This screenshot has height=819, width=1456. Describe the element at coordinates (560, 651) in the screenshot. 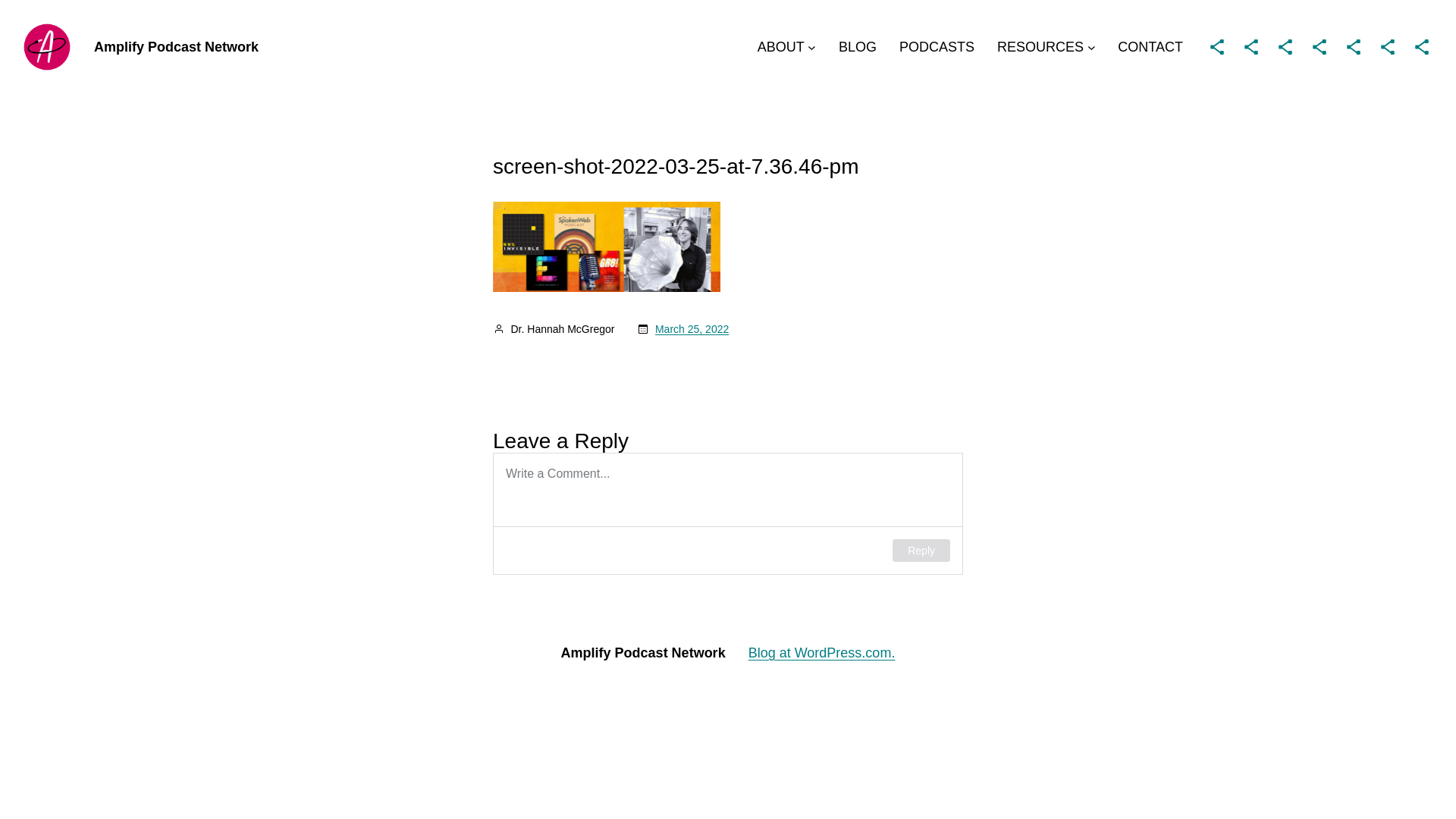

I see `'Amplify Podcast Network'` at that location.